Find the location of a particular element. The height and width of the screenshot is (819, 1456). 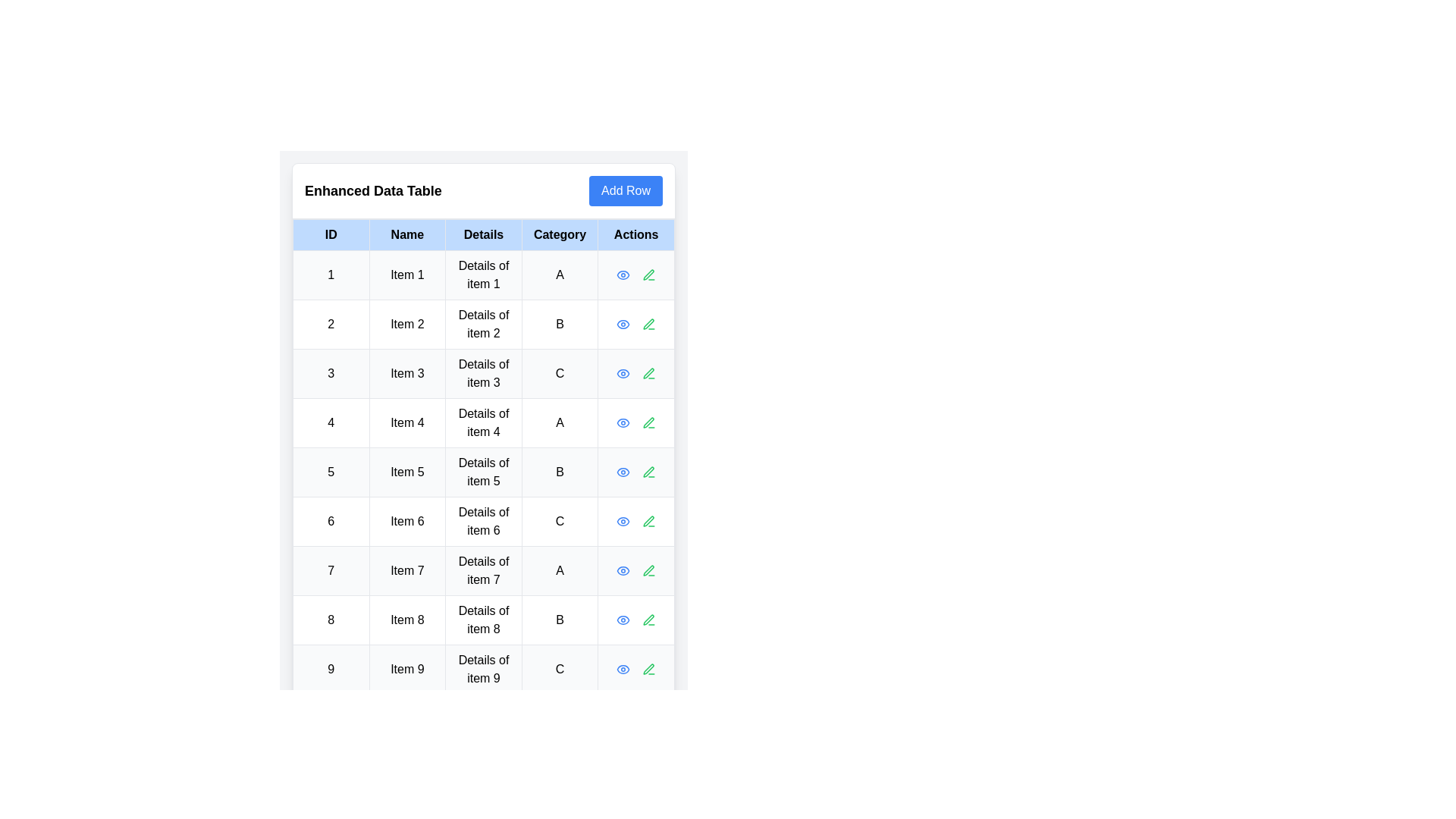

the green pen icon button representing an edit action located in the last cell of the row for 'Item 9' in the data table is located at coordinates (649, 669).